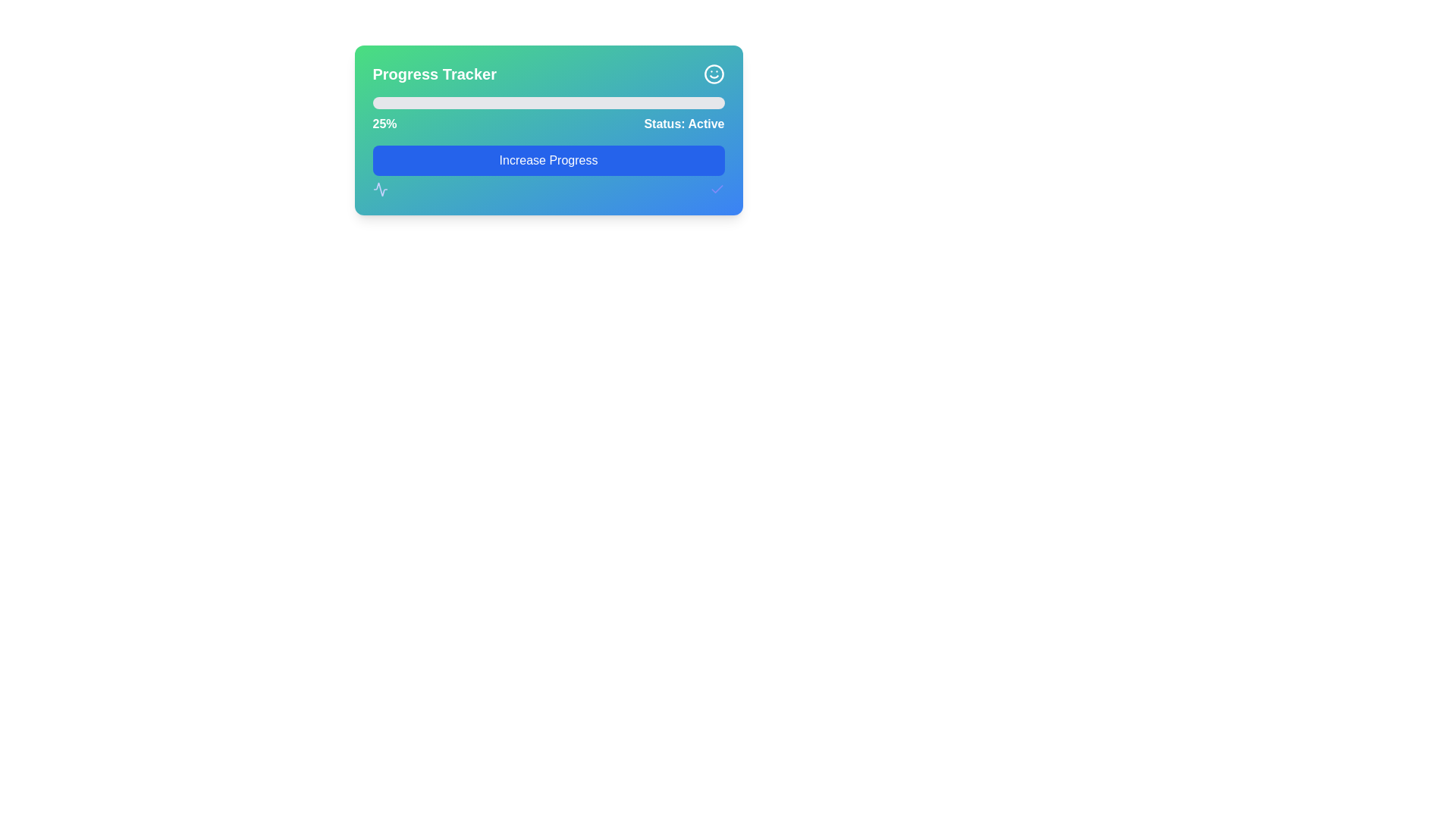  Describe the element at coordinates (548, 102) in the screenshot. I see `the visual updates of the Progress bar, which is a horizontal rectangular element with rounded ends, located centrally below the title 'Progress Tracker'` at that location.